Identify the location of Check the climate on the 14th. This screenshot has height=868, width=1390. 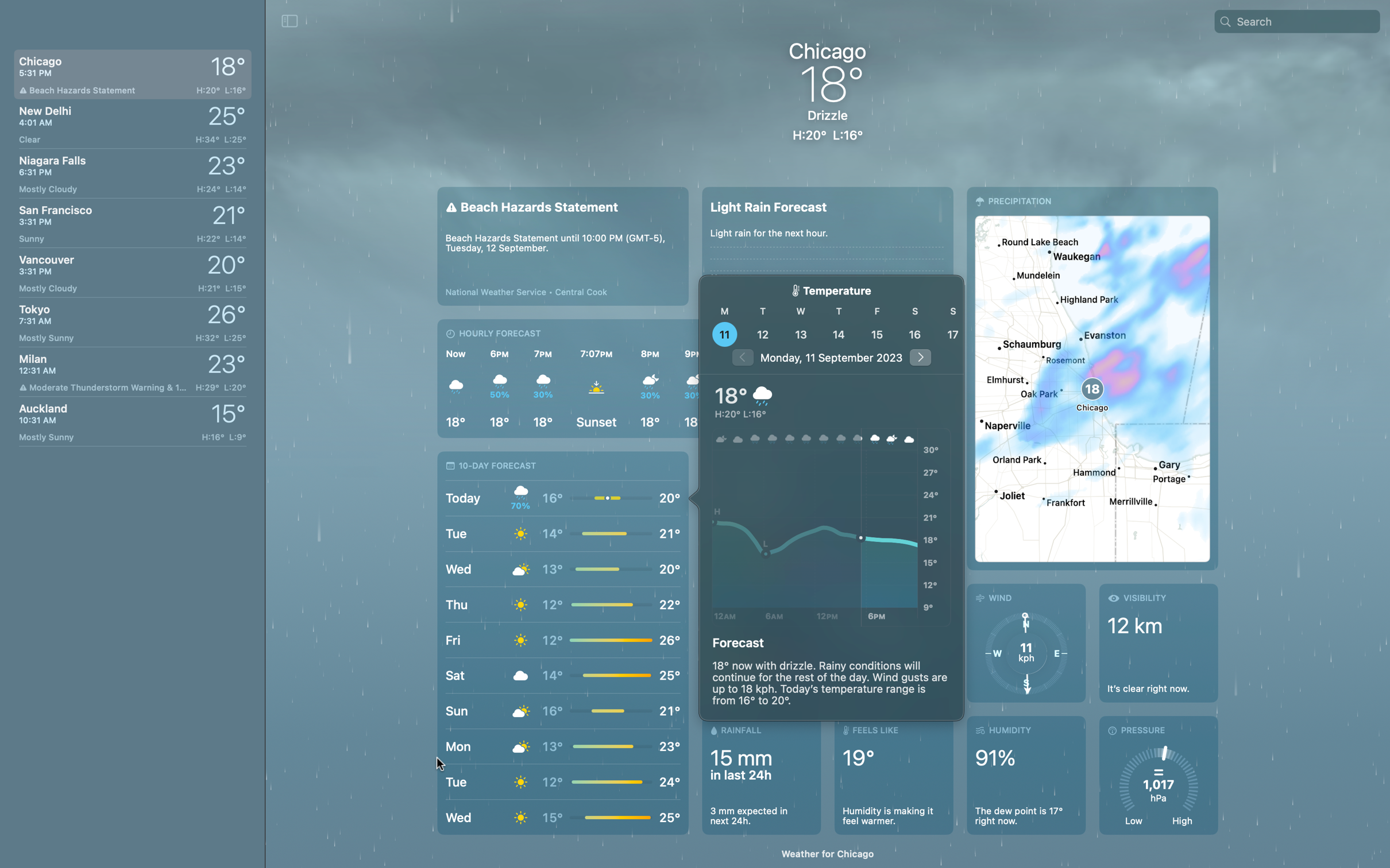
(837, 334).